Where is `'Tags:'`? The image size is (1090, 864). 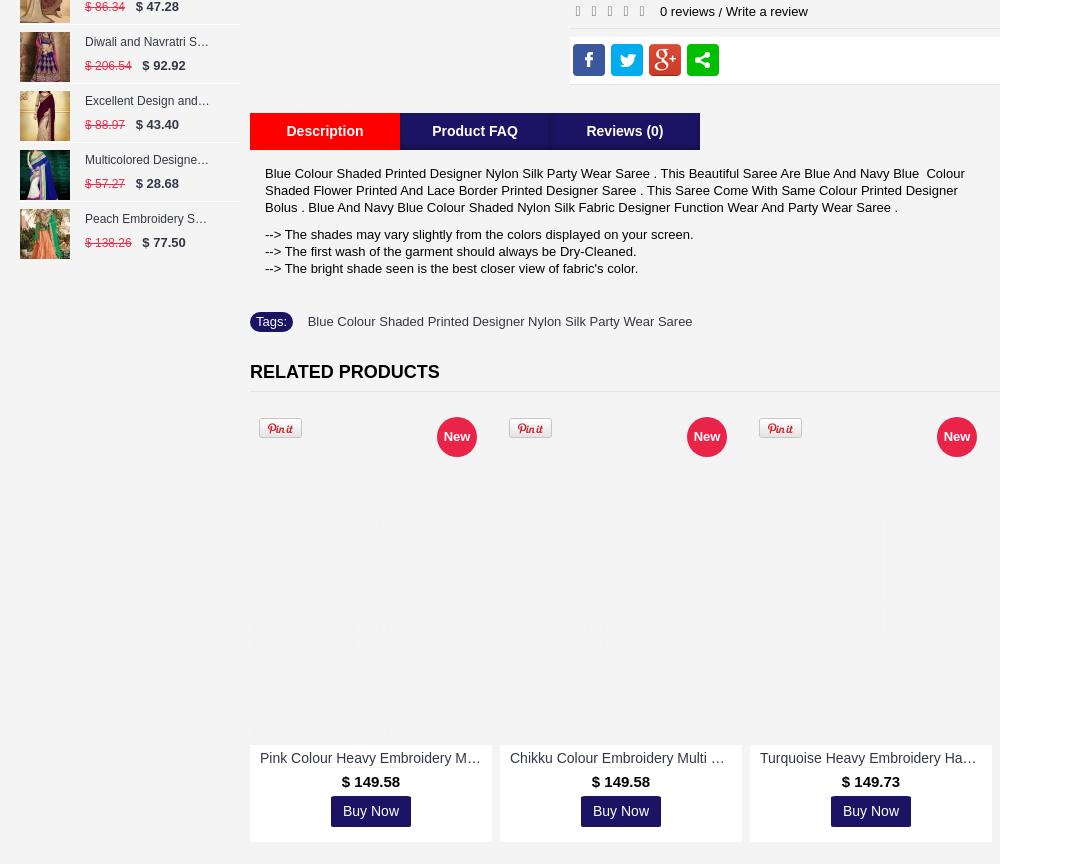 'Tags:' is located at coordinates (271, 321).